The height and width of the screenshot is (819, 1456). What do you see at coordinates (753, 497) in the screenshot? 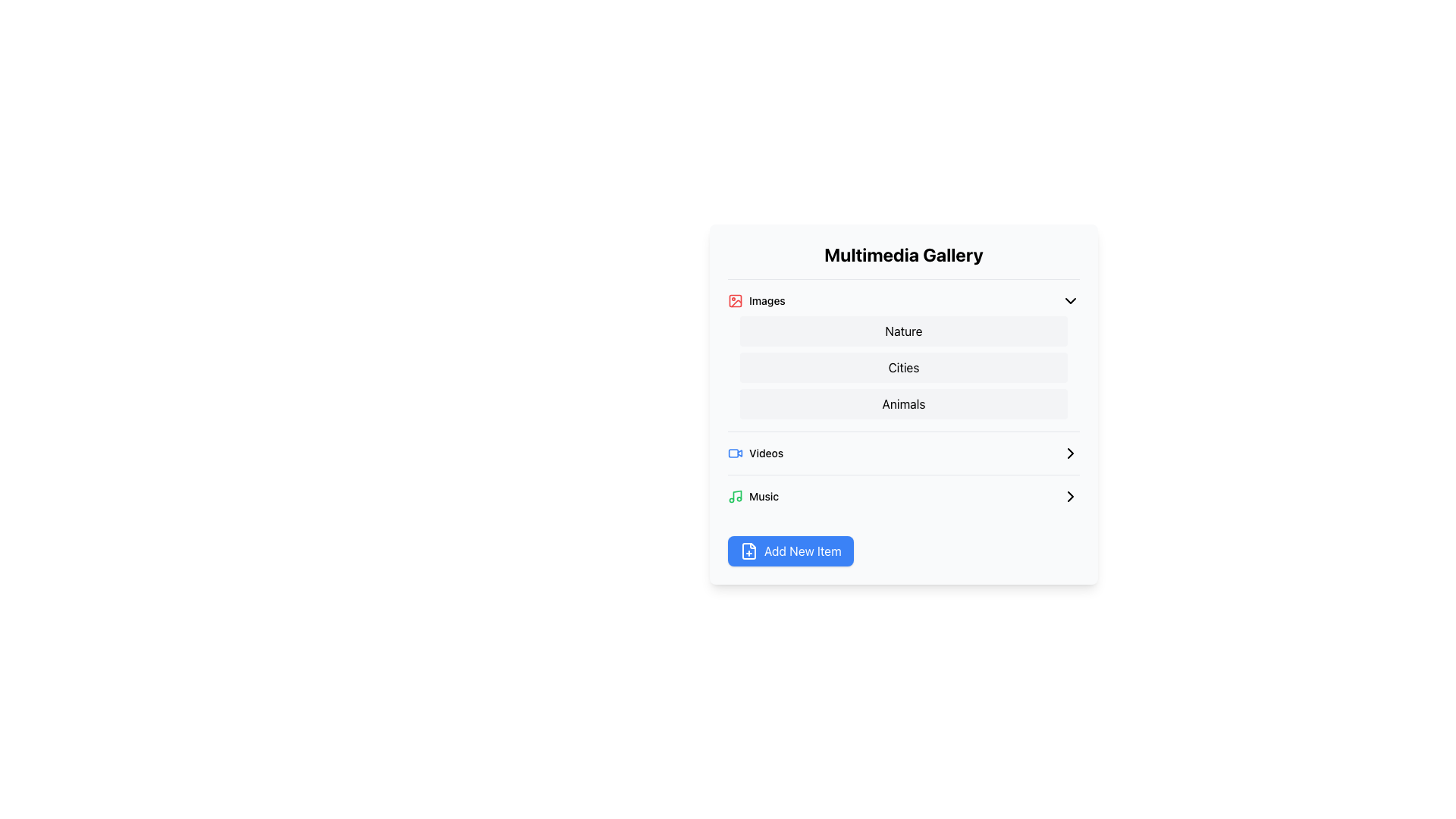
I see `the List item labeled 'Music' with a green music icon in the 'Videos' section` at bounding box center [753, 497].